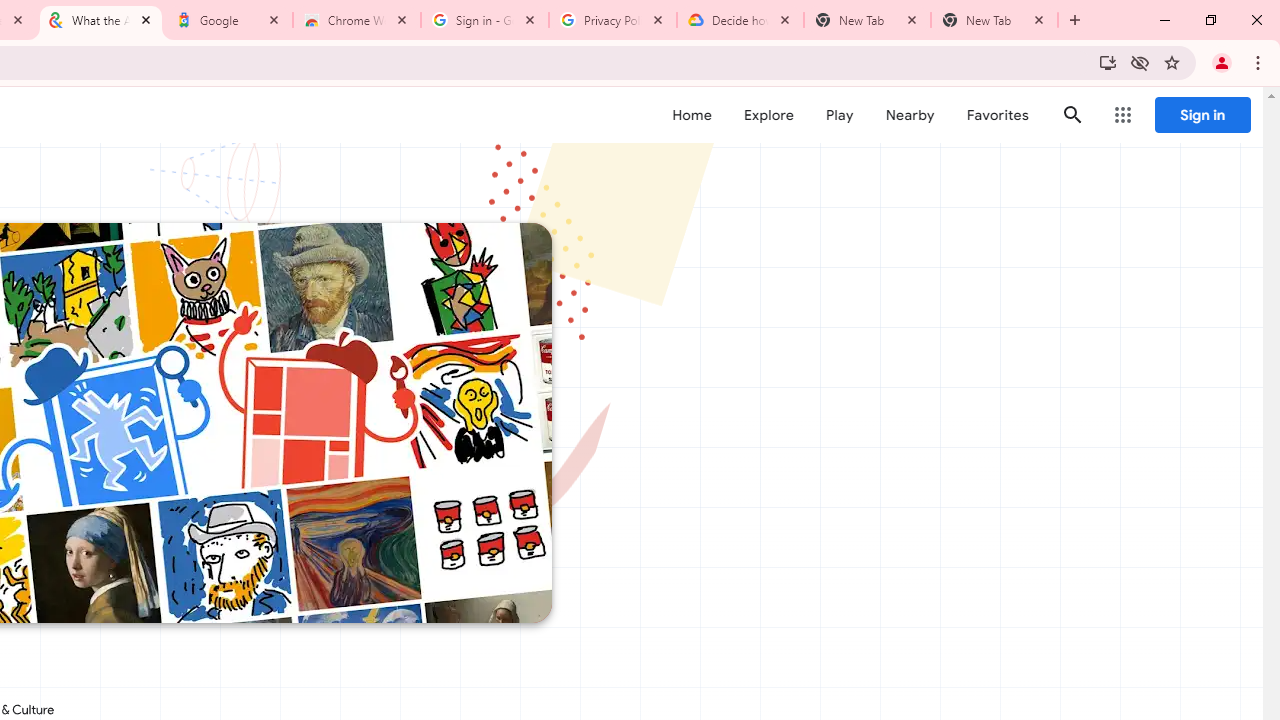 The image size is (1280, 720). What do you see at coordinates (485, 20) in the screenshot?
I see `'Sign in - Google Accounts'` at bounding box center [485, 20].